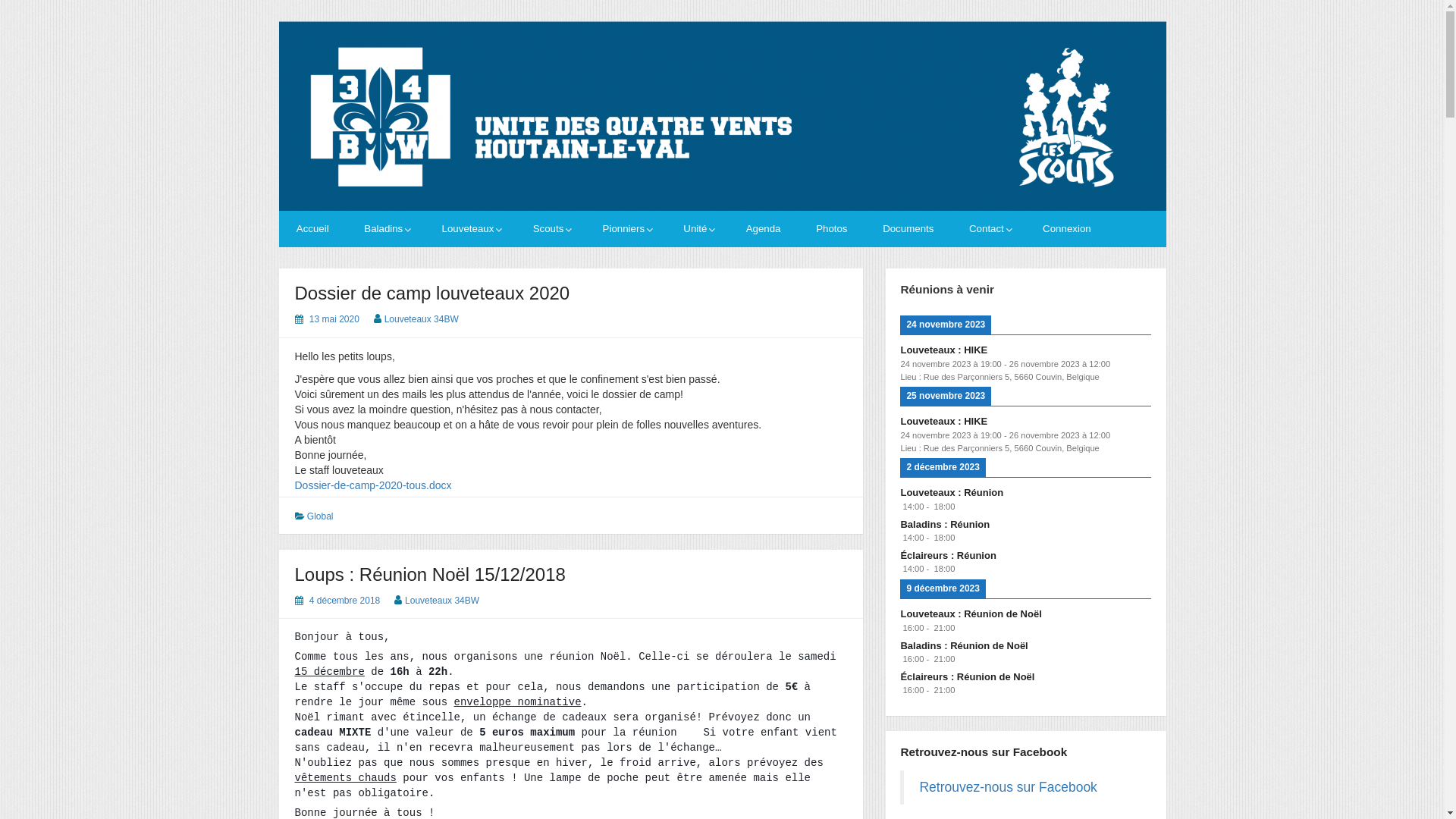 The image size is (1456, 819). Describe the element at coordinates (312, 228) in the screenshot. I see `'Accueil'` at that location.